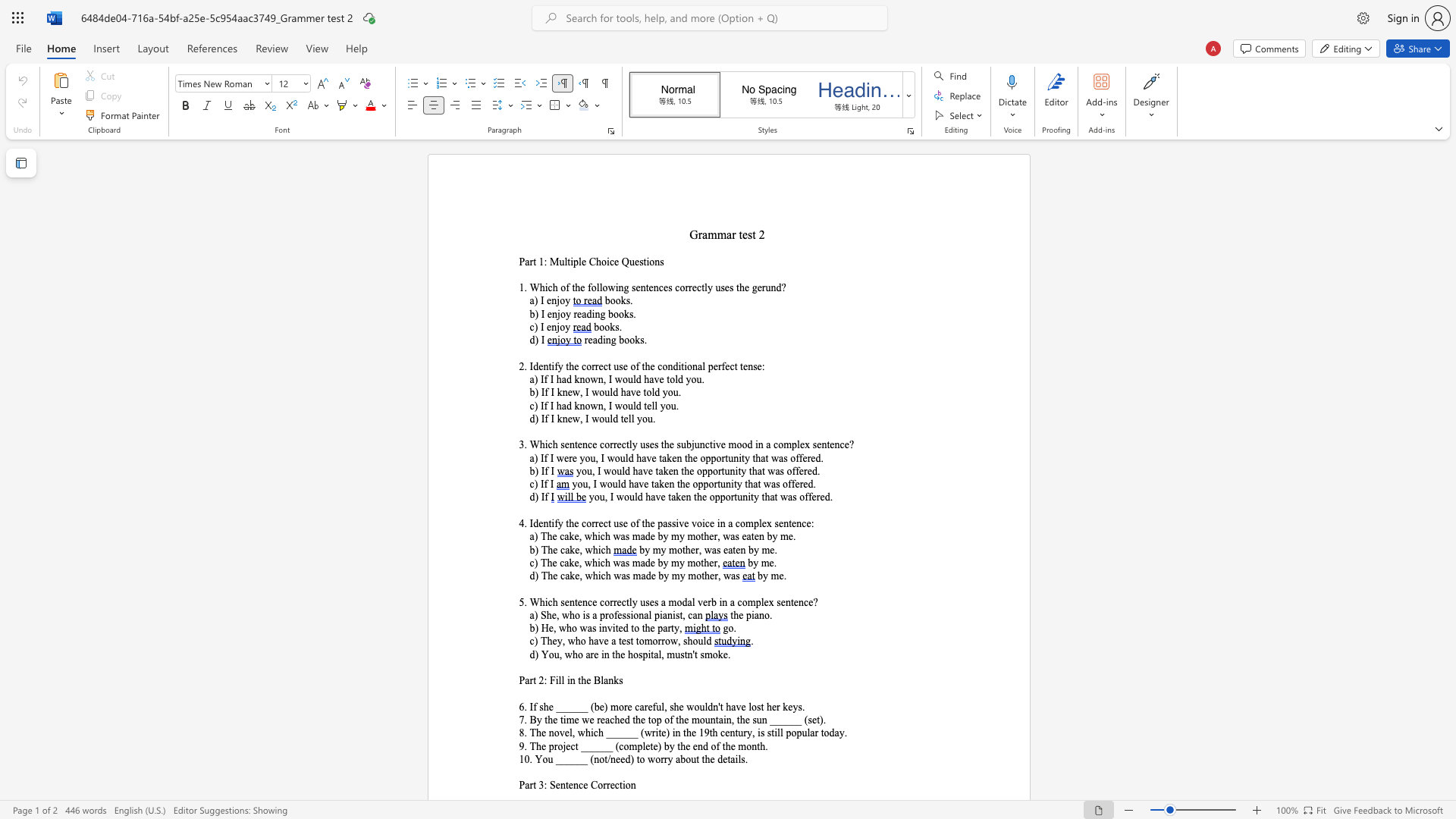 The width and height of the screenshot is (1456, 819). Describe the element at coordinates (740, 550) in the screenshot. I see `the subset text "n b" within the text "by my mother, was eaten by me."` at that location.